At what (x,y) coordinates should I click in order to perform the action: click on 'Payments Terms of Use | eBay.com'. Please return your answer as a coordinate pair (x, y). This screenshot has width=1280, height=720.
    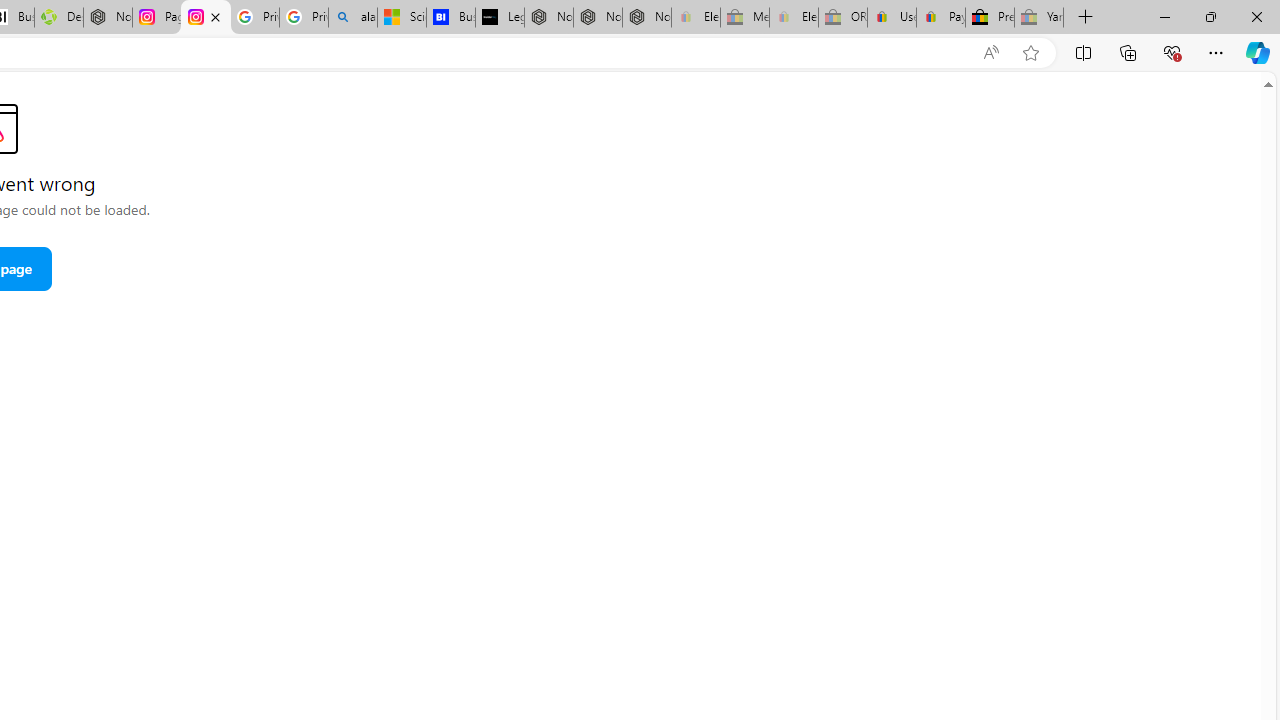
    Looking at the image, I should click on (939, 17).